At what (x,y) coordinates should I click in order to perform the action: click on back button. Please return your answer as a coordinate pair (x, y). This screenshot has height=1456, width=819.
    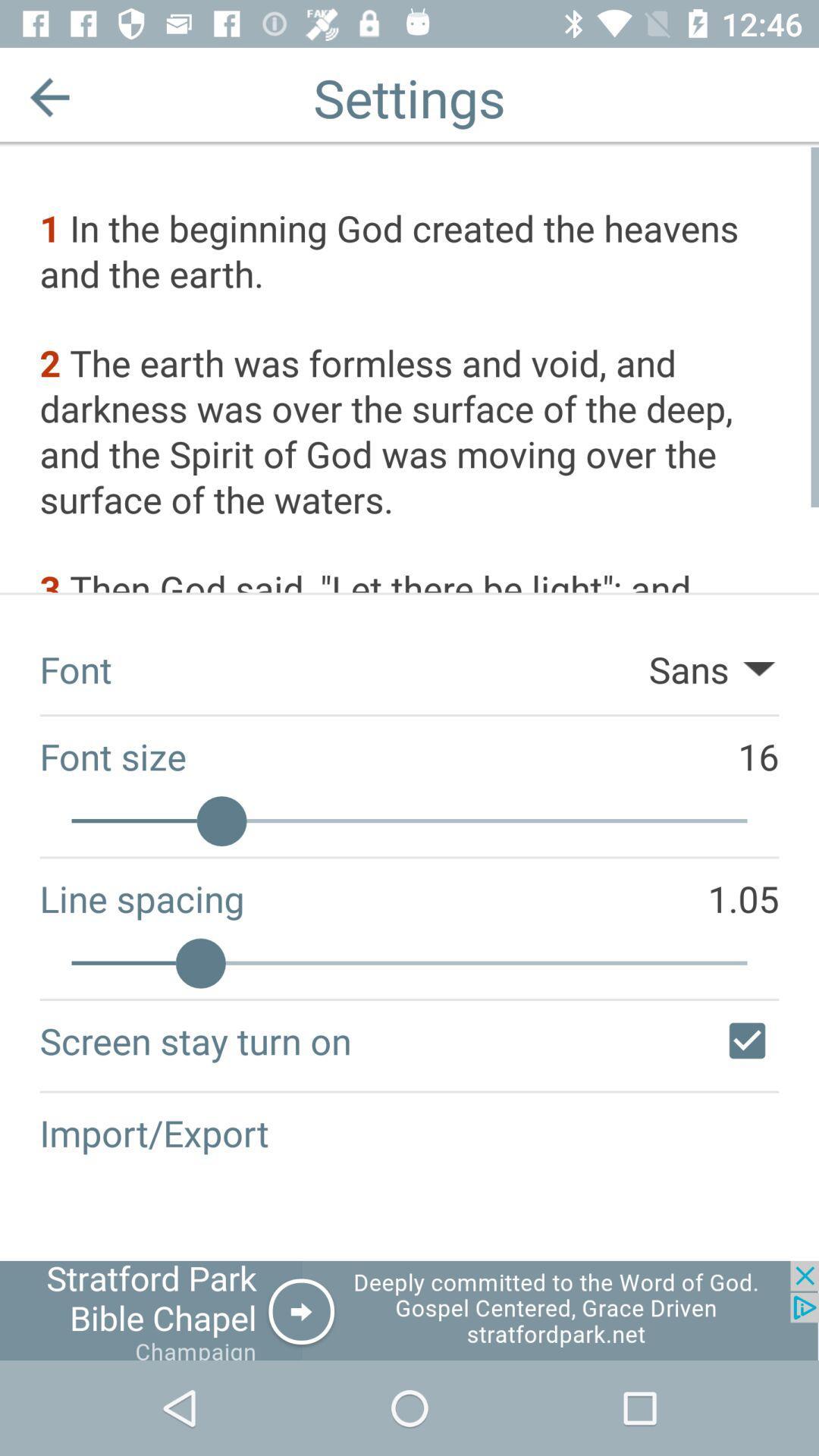
    Looking at the image, I should click on (49, 96).